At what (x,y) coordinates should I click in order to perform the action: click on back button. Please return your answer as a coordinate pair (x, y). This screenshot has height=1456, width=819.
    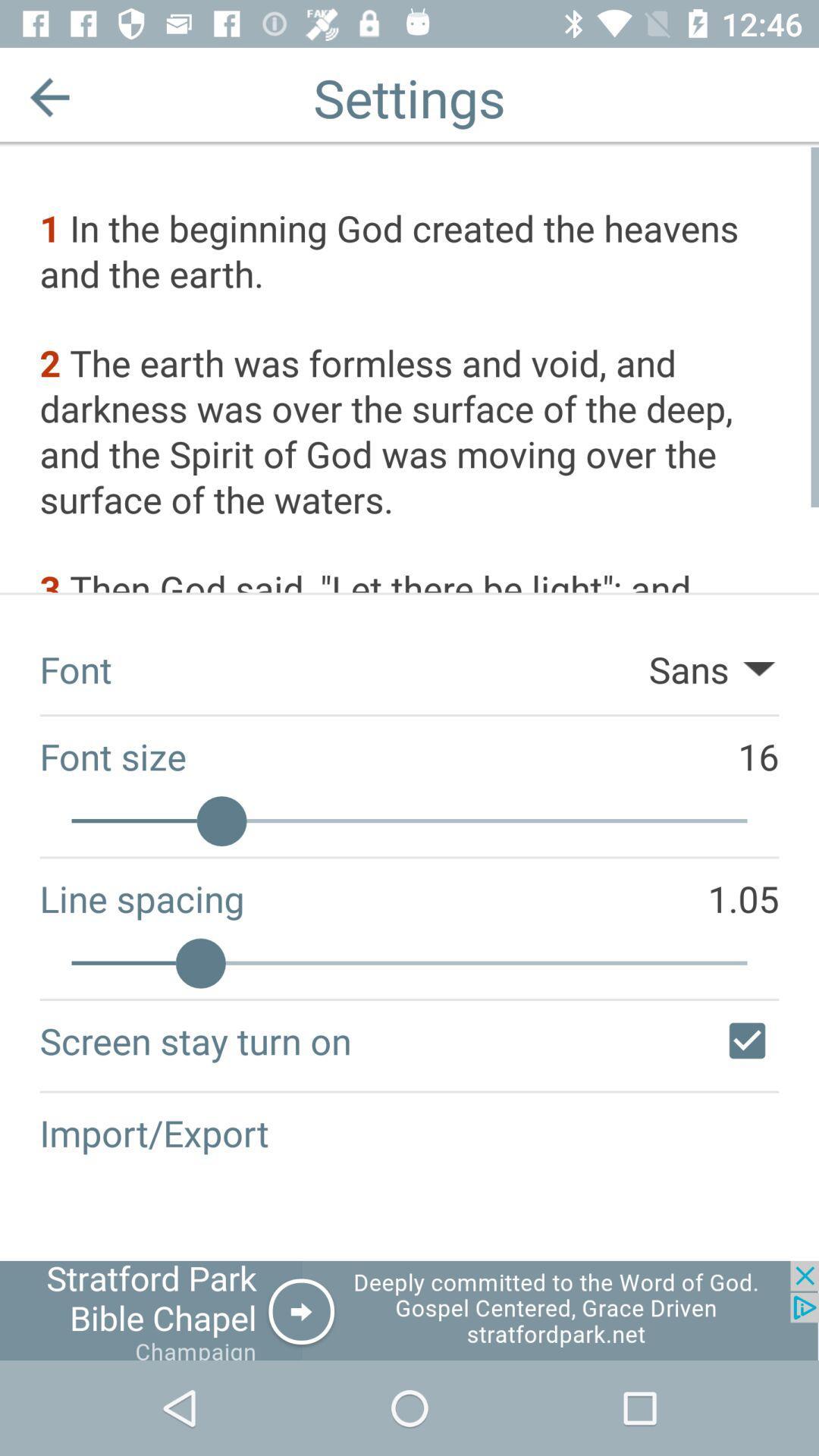
    Looking at the image, I should click on (49, 96).